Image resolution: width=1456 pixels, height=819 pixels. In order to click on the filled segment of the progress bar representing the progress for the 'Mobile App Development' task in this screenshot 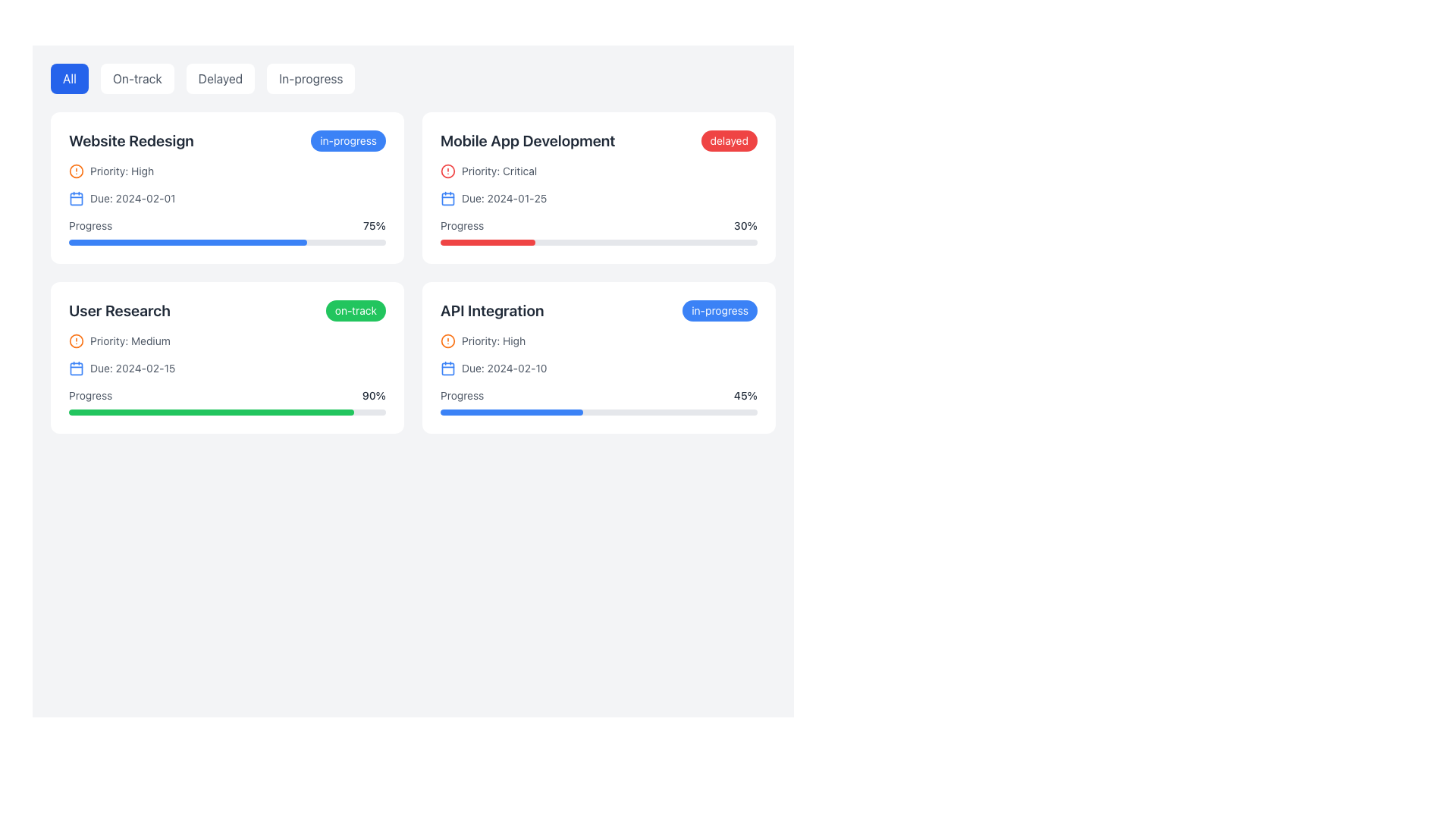, I will do `click(488, 242)`.